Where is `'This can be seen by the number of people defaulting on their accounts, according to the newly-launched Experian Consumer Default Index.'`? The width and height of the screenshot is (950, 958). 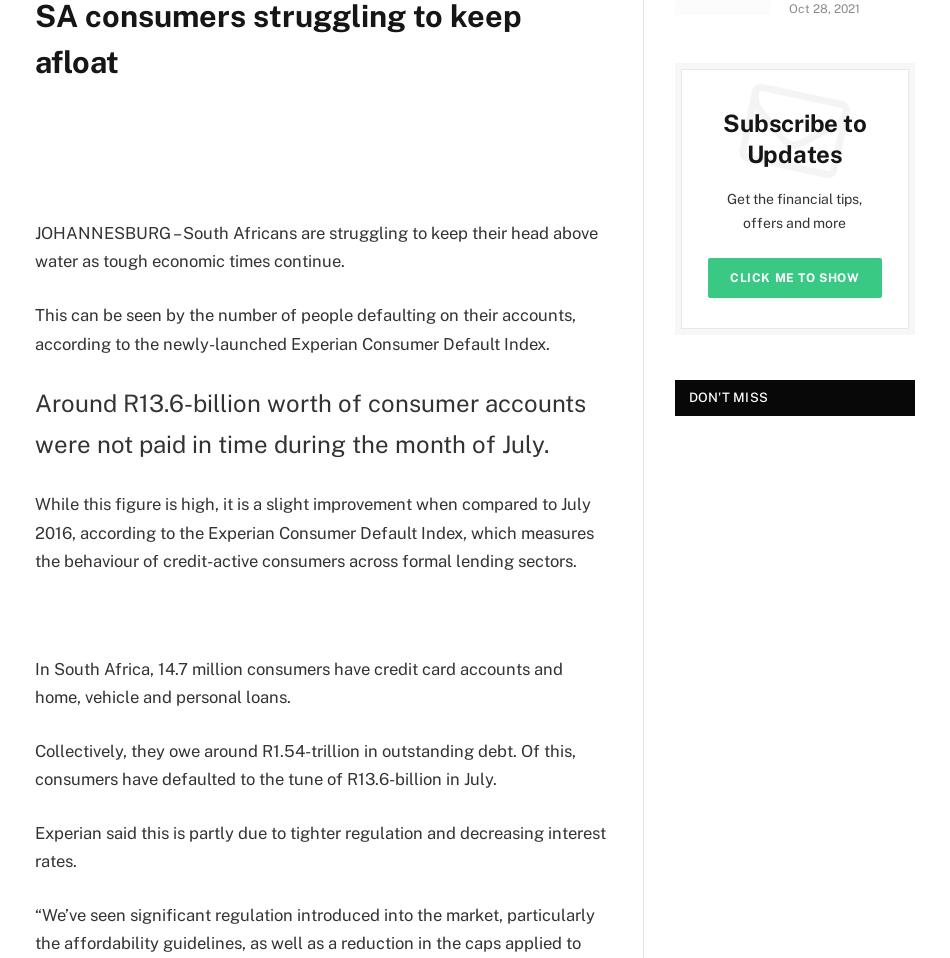
'This can be seen by the number of people defaulting on their accounts, according to the newly-launched Experian Consumer Default Index.' is located at coordinates (304, 327).